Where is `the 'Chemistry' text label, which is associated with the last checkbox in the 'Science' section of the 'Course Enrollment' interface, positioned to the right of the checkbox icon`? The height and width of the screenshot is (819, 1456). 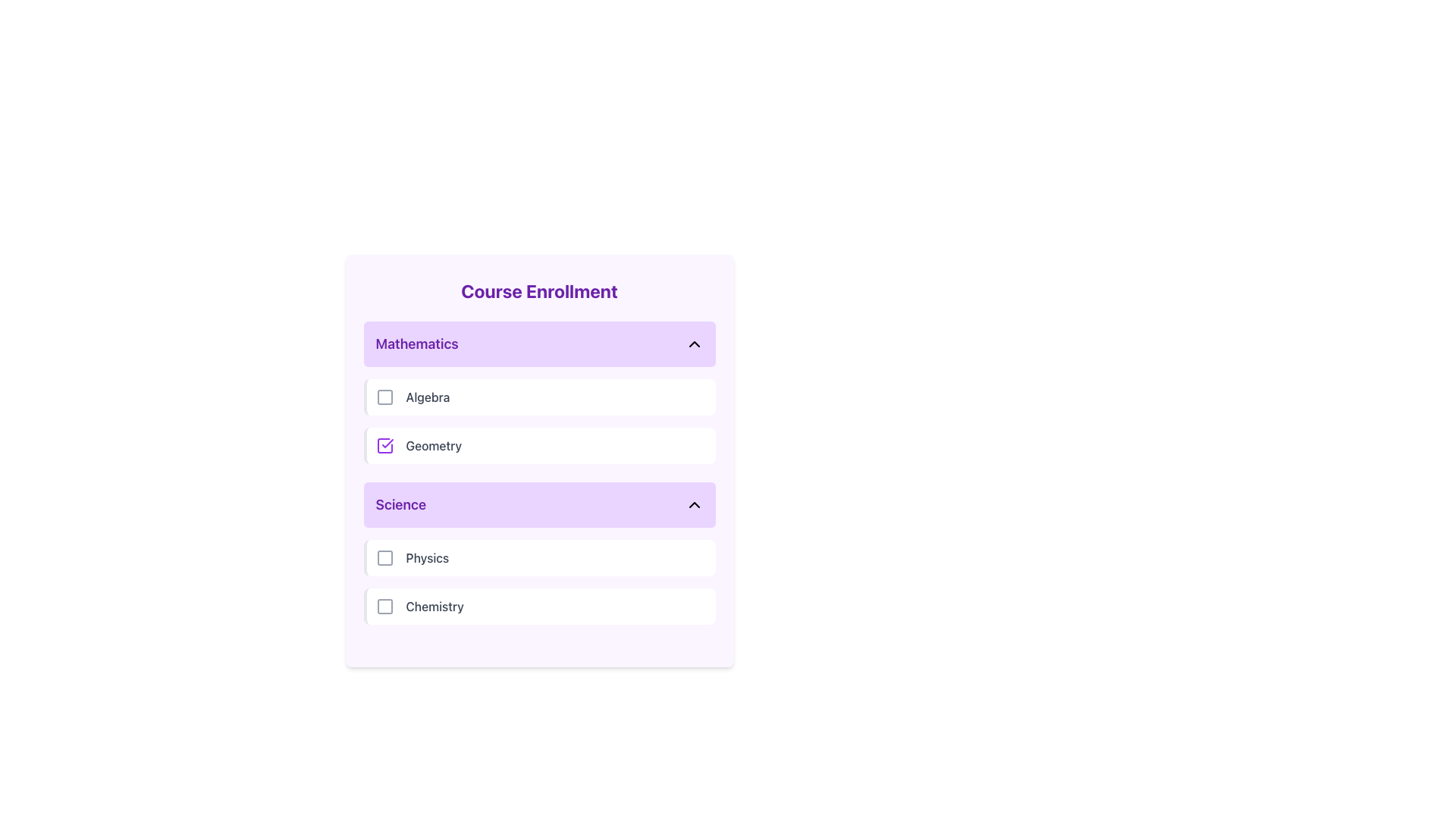 the 'Chemistry' text label, which is associated with the last checkbox in the 'Science' section of the 'Course Enrollment' interface, positioned to the right of the checkbox icon is located at coordinates (434, 605).